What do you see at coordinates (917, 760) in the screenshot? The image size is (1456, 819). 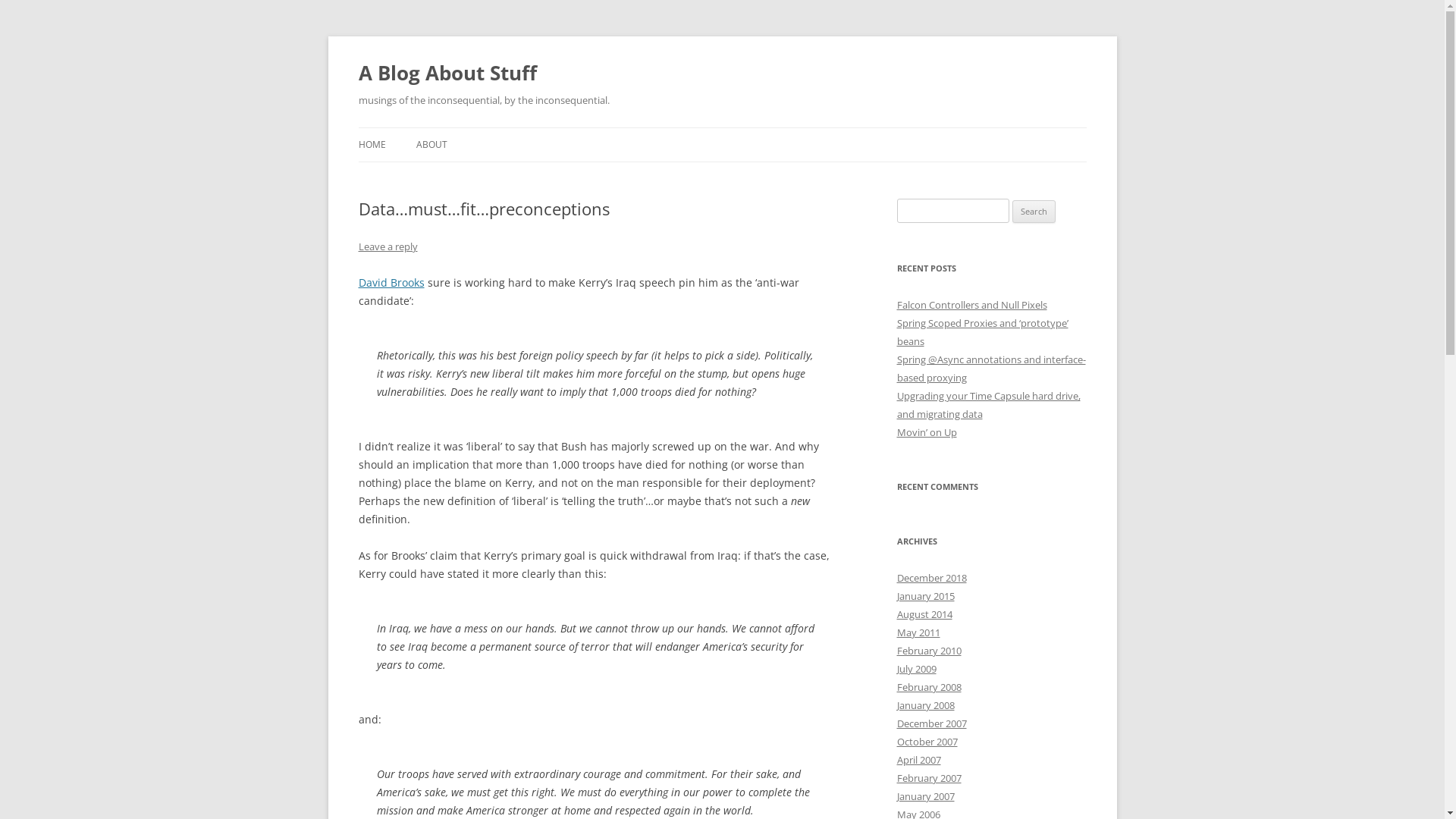 I see `'April 2007'` at bounding box center [917, 760].